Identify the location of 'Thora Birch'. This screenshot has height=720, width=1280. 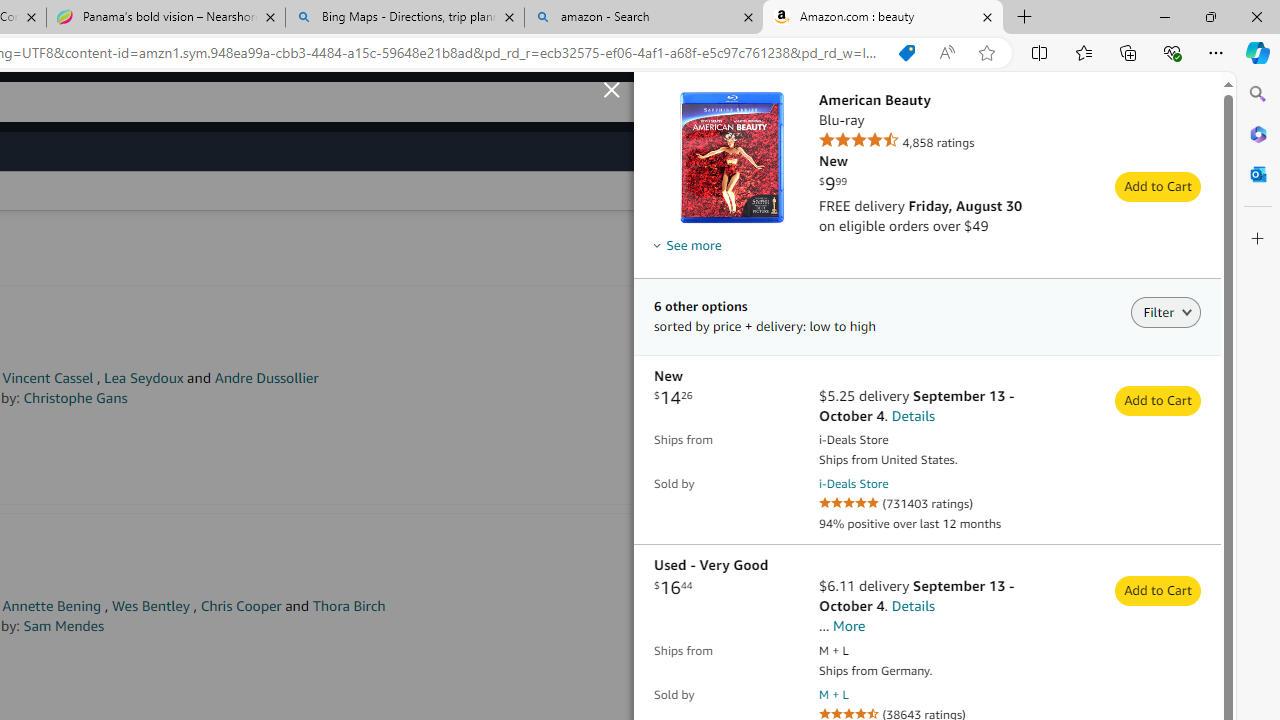
(349, 605).